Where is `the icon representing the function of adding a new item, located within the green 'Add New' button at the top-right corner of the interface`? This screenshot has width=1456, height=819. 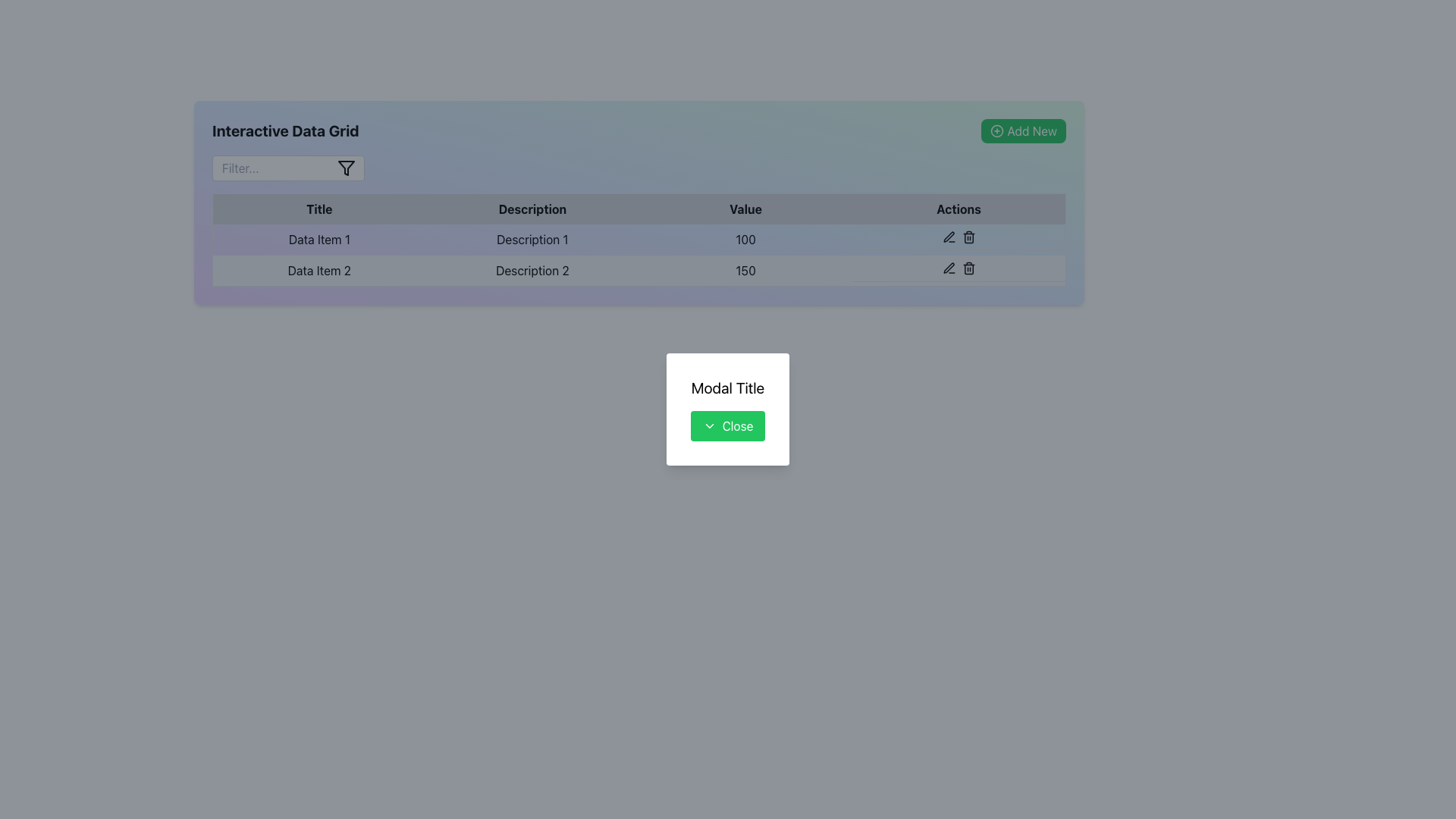 the icon representing the function of adding a new item, located within the green 'Add New' button at the top-right corner of the interface is located at coordinates (997, 130).